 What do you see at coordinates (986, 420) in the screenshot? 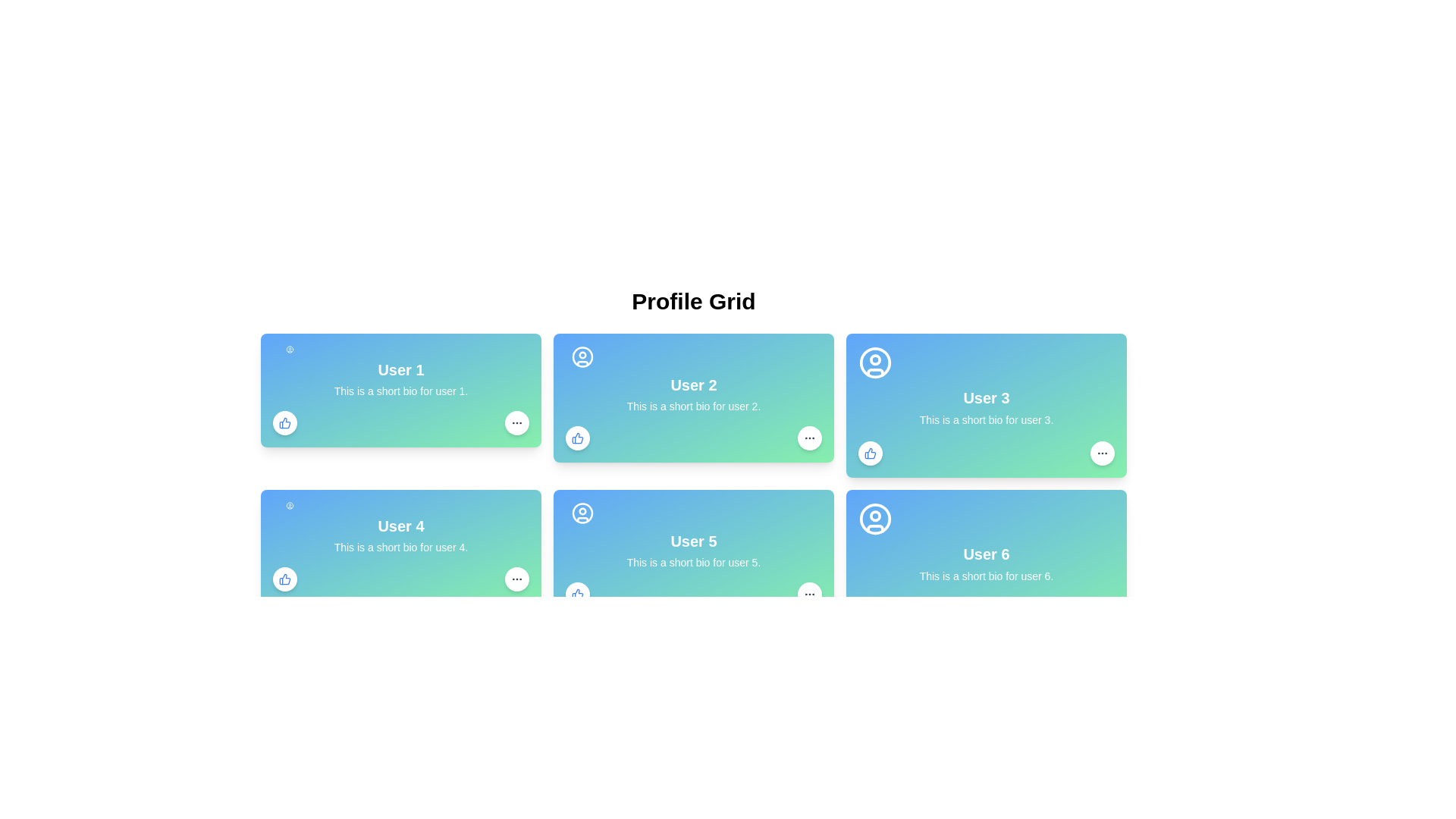
I see `the static text providing a brief description of 'User 3,' located below their name in the profile grid` at bounding box center [986, 420].